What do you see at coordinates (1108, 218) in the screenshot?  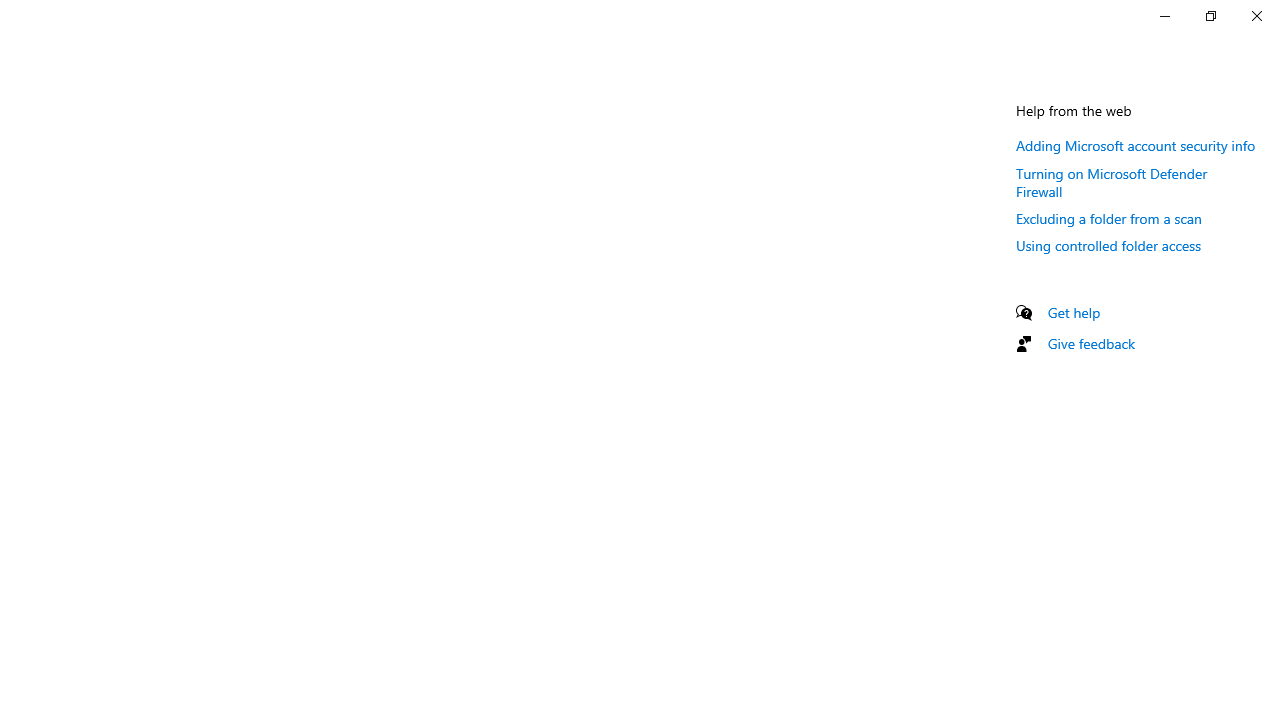 I see `'Excluding a folder from a scan'` at bounding box center [1108, 218].